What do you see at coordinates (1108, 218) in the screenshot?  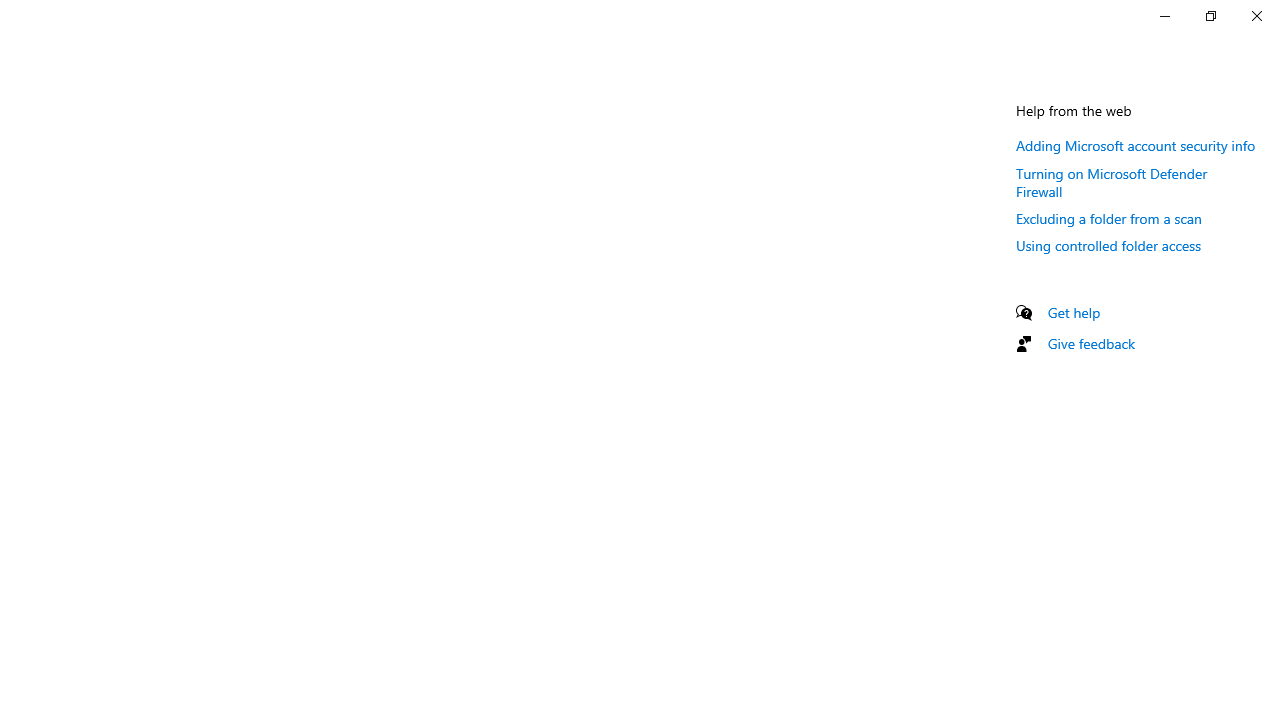 I see `'Excluding a folder from a scan'` at bounding box center [1108, 218].